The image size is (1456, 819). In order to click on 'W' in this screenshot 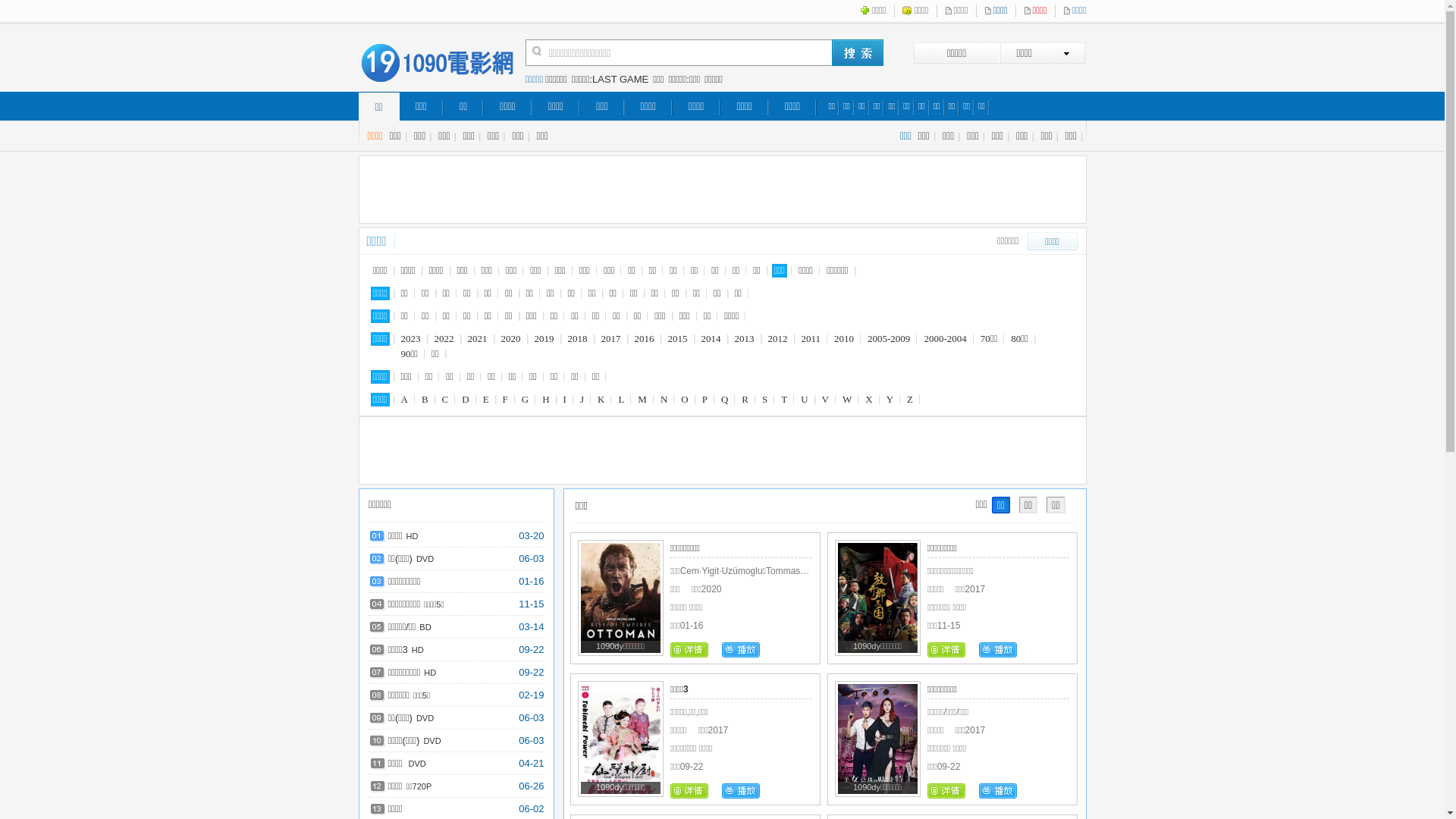, I will do `click(846, 399)`.